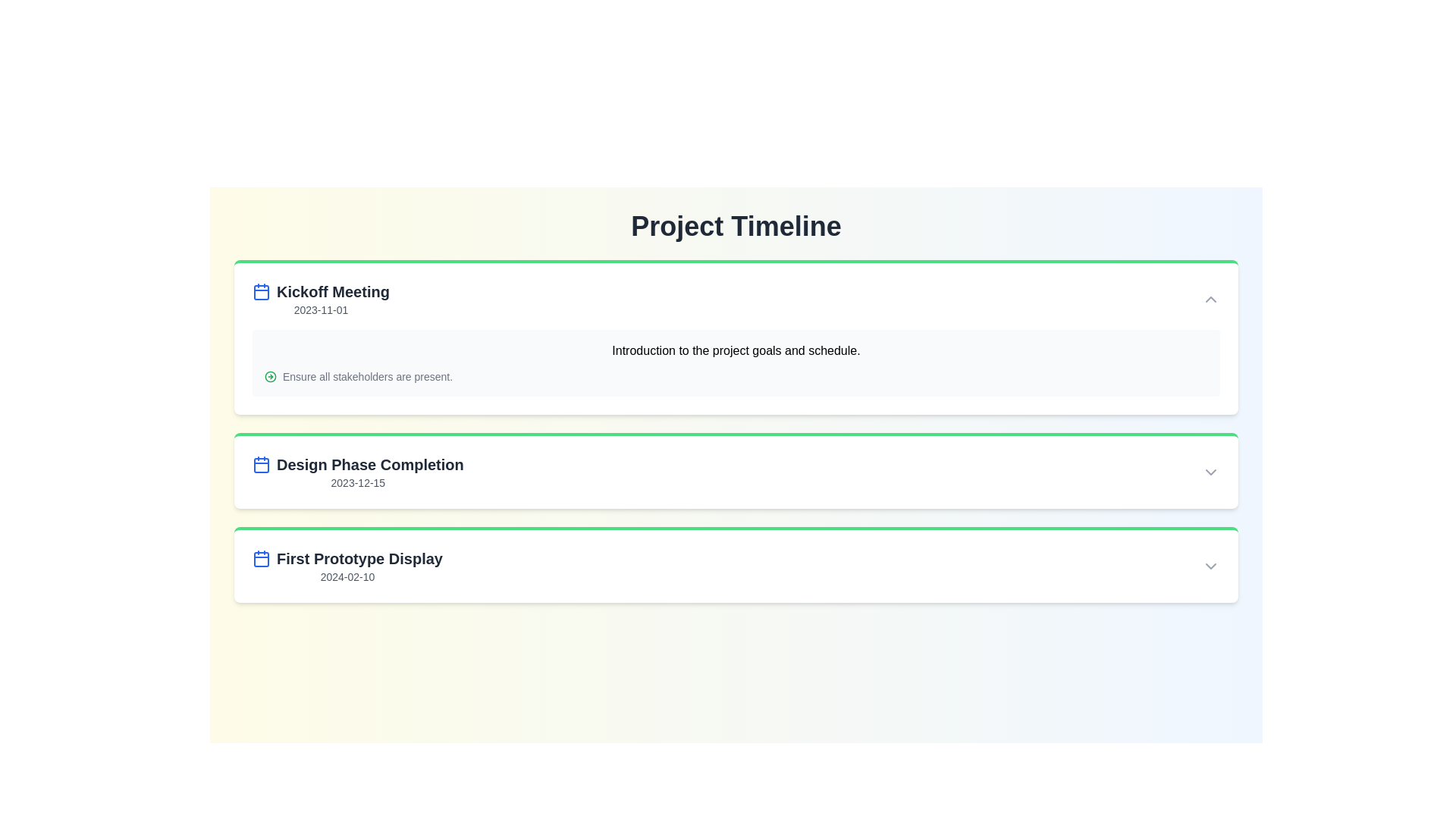 The height and width of the screenshot is (819, 1456). Describe the element at coordinates (262, 558) in the screenshot. I see `the bold blue calendar icon with rounded edges located to the left of the title 'First Prototype Display' in the third section of the project timeline` at that location.